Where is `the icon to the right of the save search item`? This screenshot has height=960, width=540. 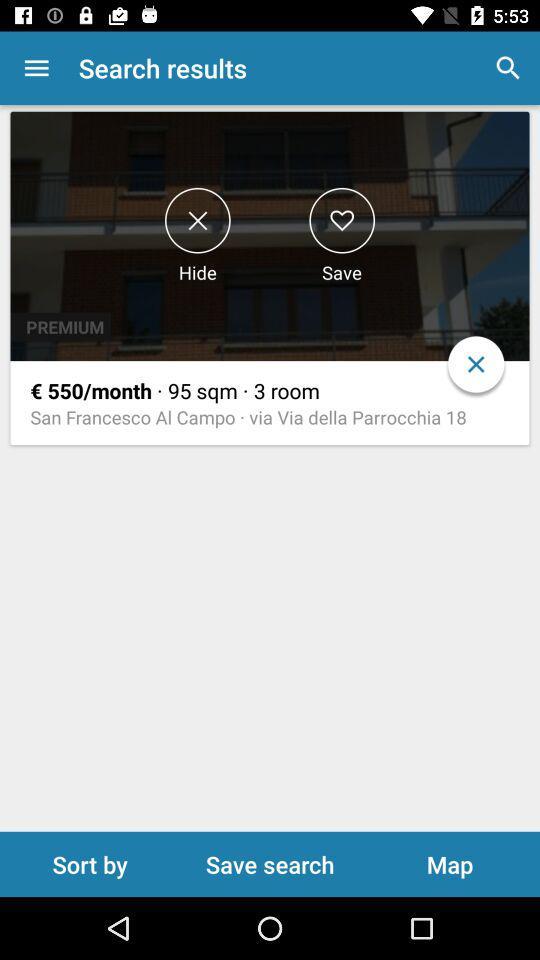
the icon to the right of the save search item is located at coordinates (449, 863).